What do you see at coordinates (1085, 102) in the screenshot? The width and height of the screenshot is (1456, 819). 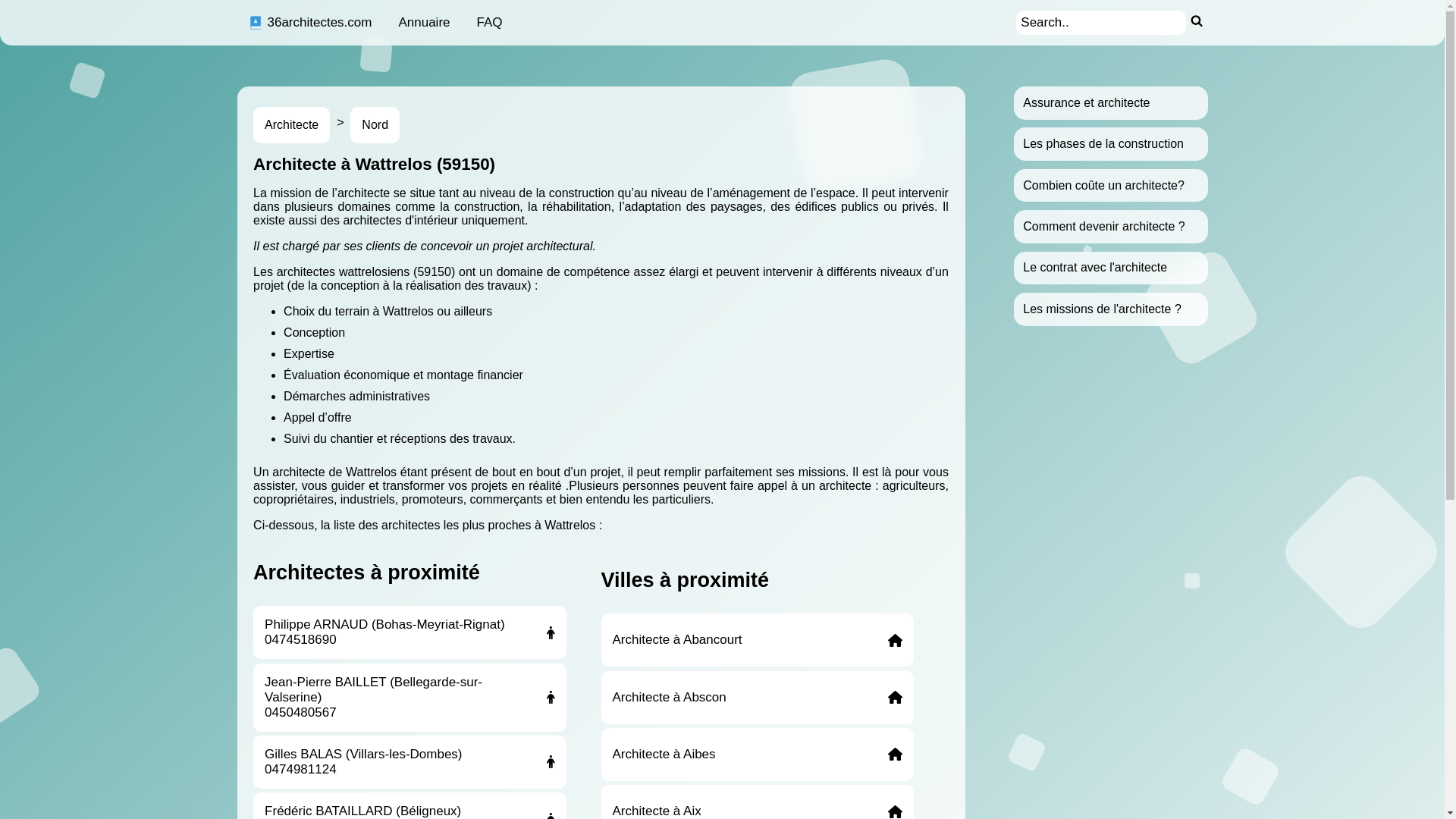 I see `'Assurance et architecte'` at bounding box center [1085, 102].